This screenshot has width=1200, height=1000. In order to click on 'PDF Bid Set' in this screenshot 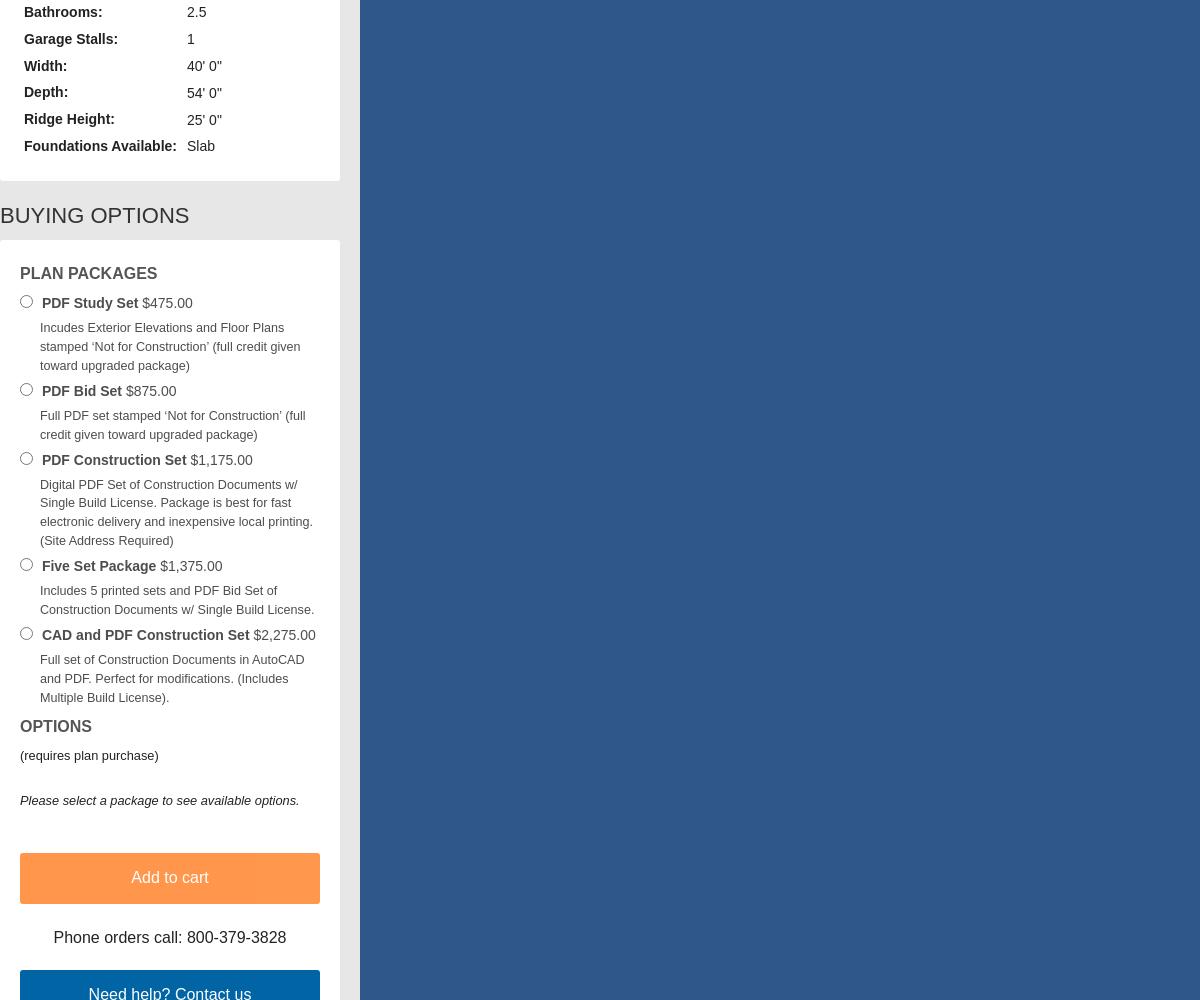, I will do `click(81, 390)`.